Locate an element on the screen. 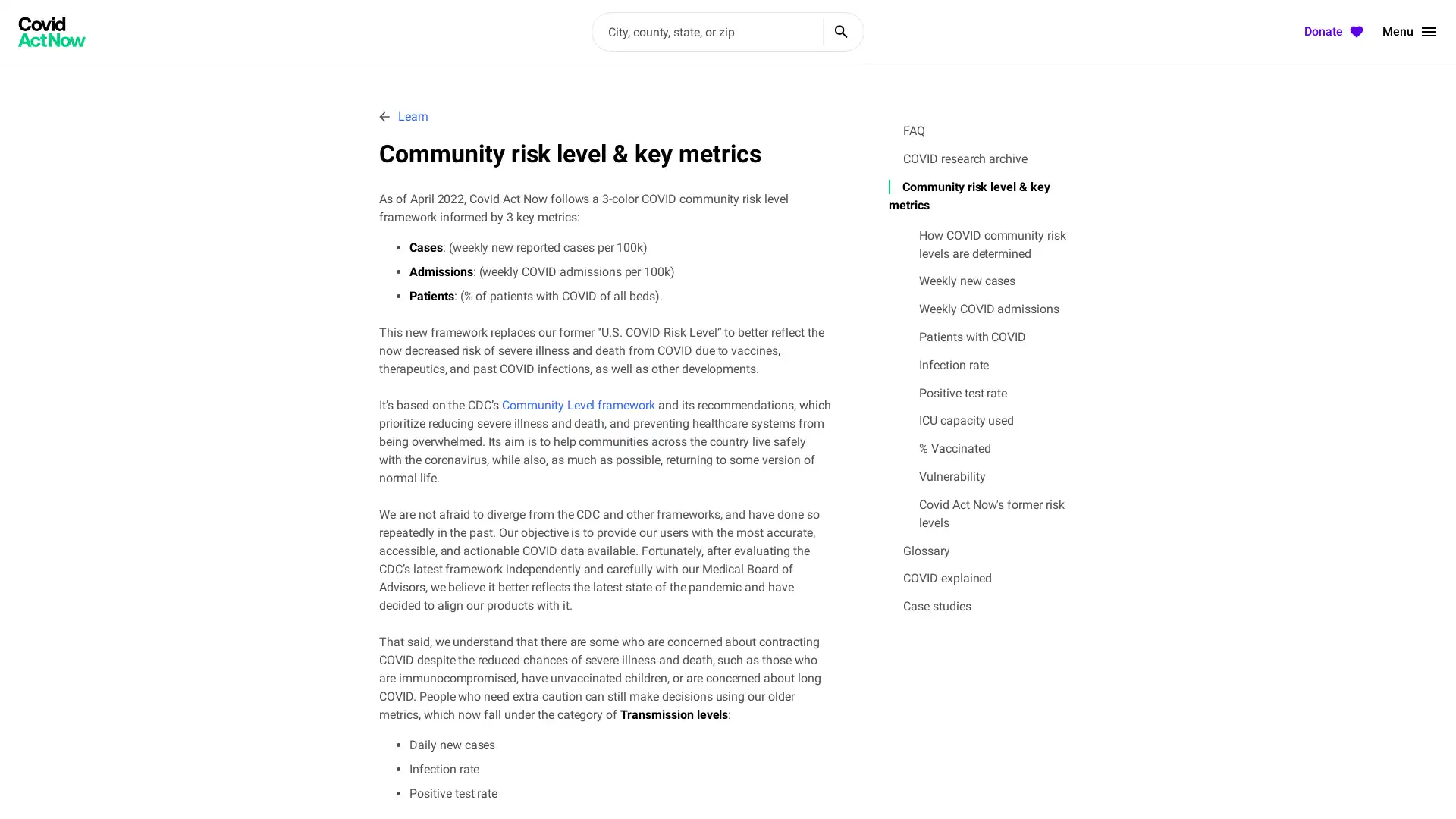 This screenshot has width=1456, height=819. Learn is located at coordinates (403, 115).